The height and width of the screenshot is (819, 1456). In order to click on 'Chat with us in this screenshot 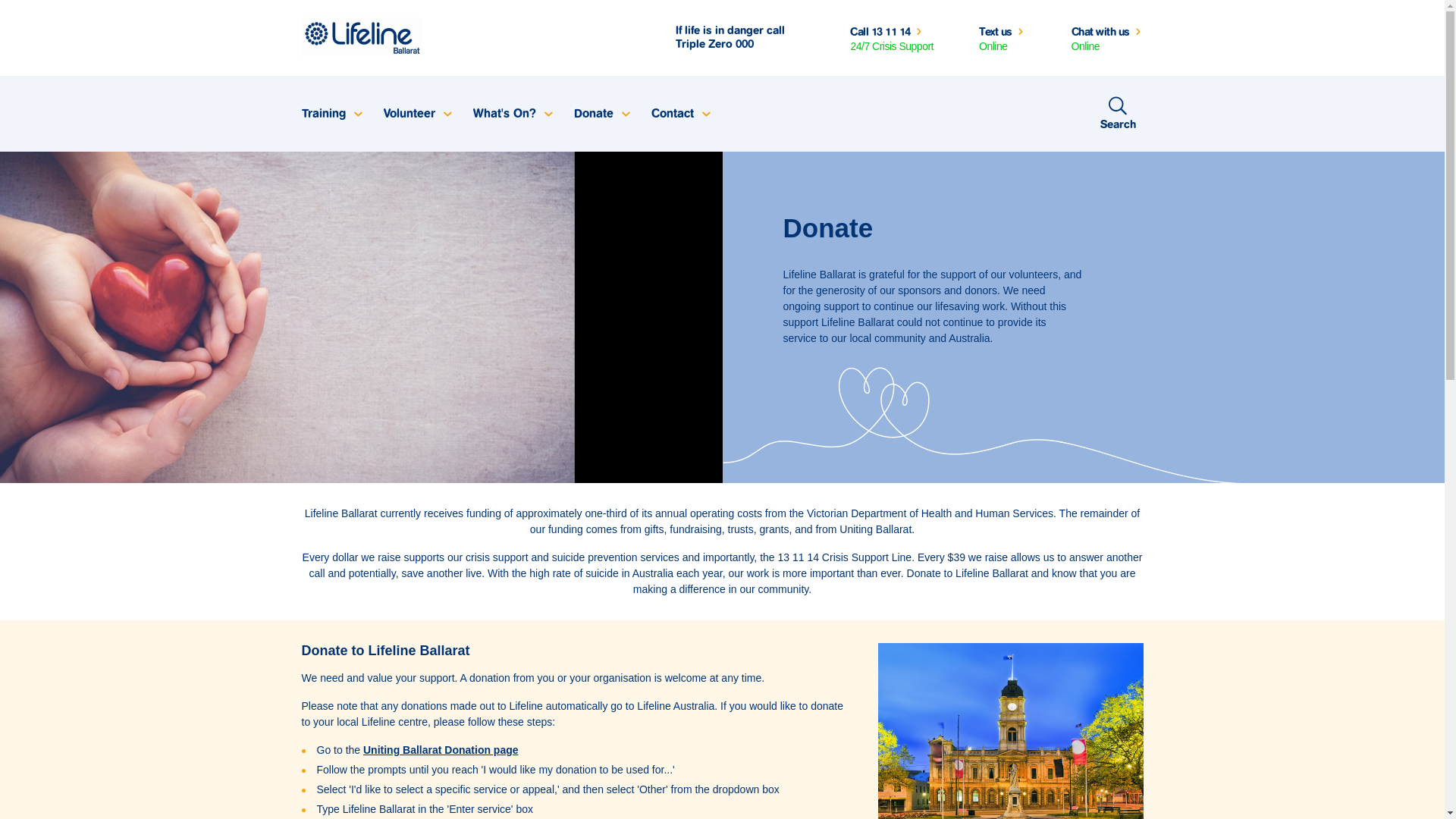, I will do `click(1106, 37)`.